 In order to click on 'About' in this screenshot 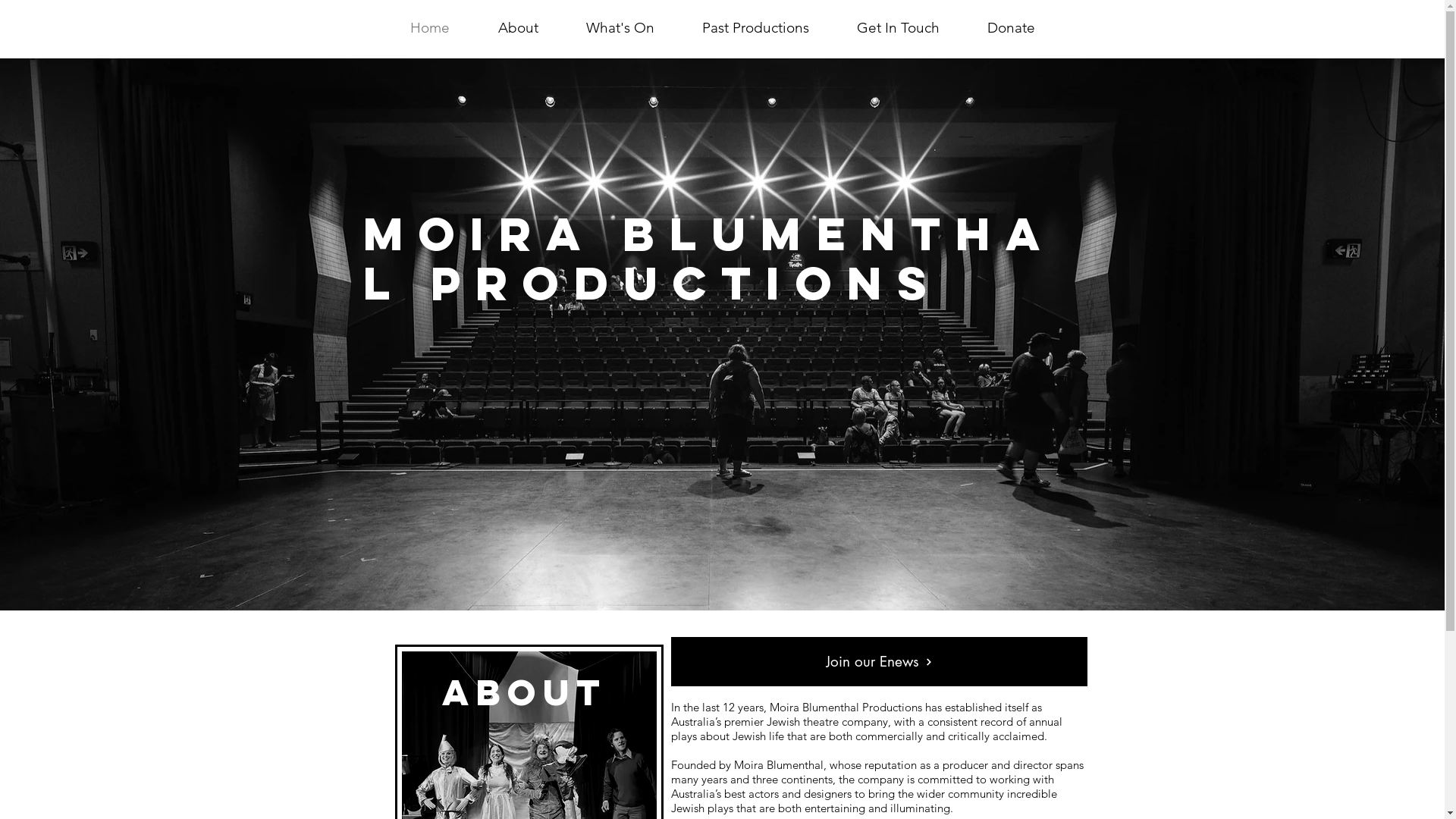, I will do `click(517, 28)`.